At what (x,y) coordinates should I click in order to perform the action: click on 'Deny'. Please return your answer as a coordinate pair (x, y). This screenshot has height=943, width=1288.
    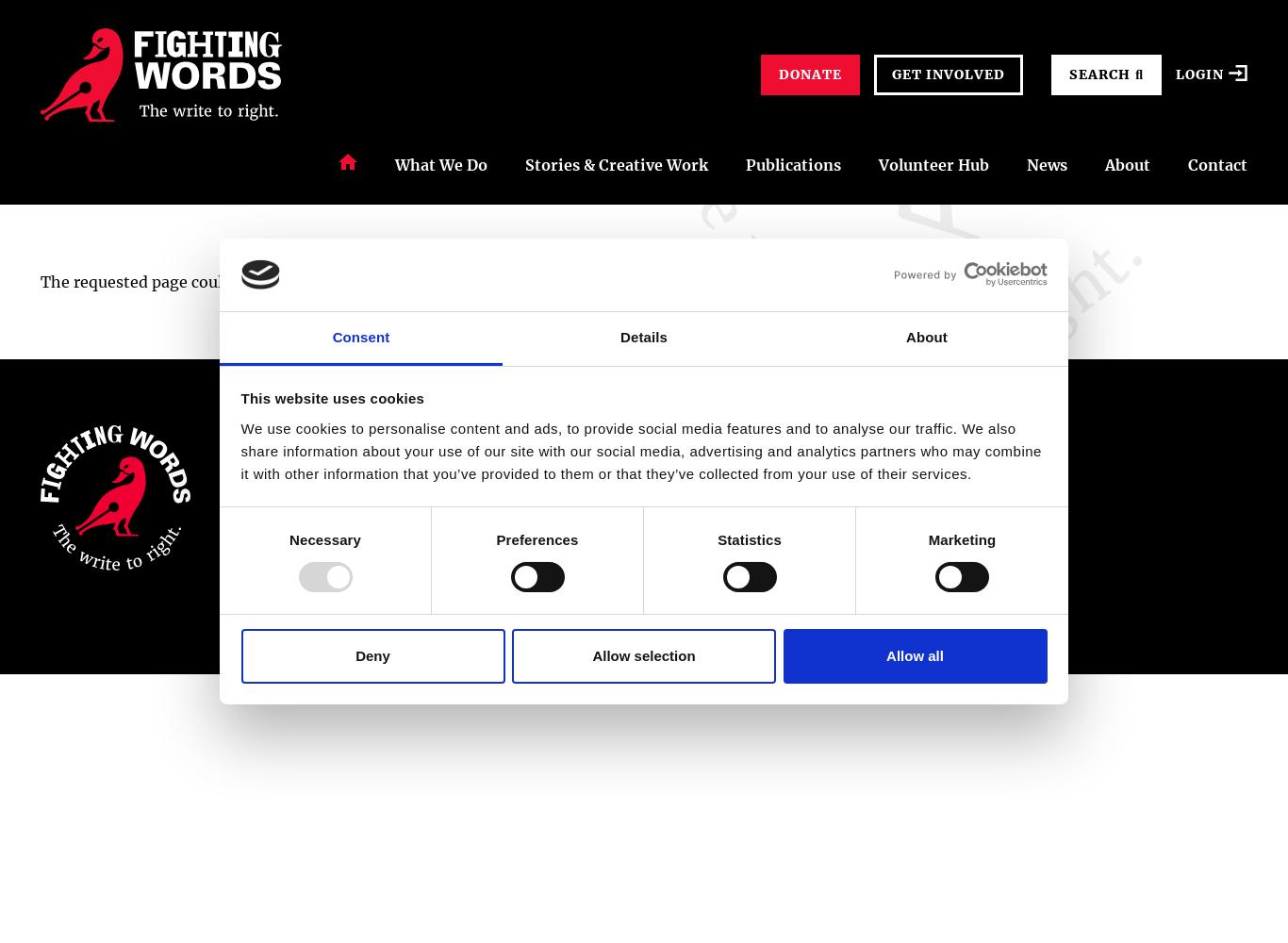
    Looking at the image, I should click on (355, 653).